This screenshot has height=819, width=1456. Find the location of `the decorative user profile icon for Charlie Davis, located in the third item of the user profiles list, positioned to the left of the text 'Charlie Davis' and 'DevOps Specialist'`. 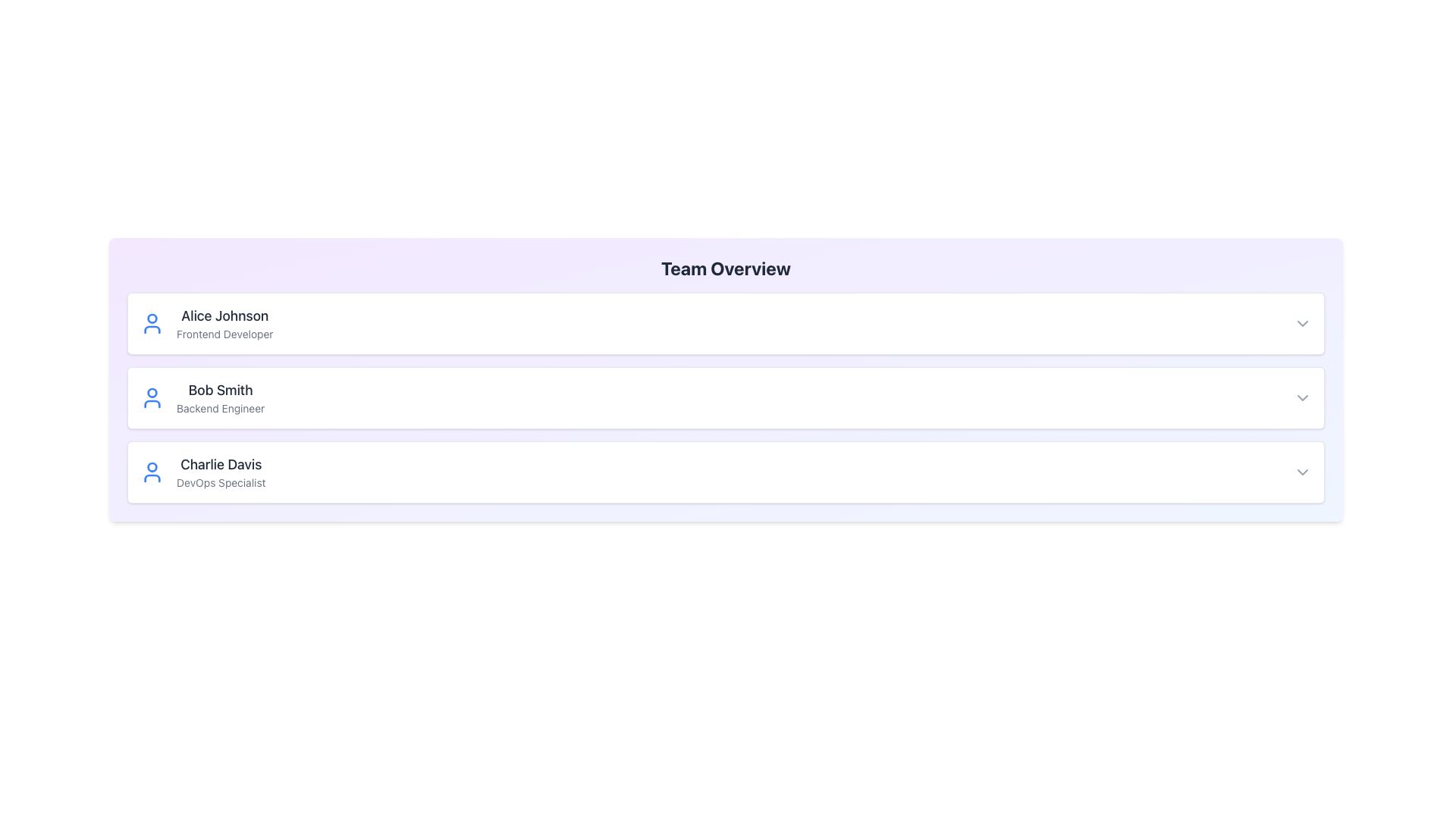

the decorative user profile icon for Charlie Davis, located in the third item of the user profiles list, positioned to the left of the text 'Charlie Davis' and 'DevOps Specialist' is located at coordinates (152, 472).